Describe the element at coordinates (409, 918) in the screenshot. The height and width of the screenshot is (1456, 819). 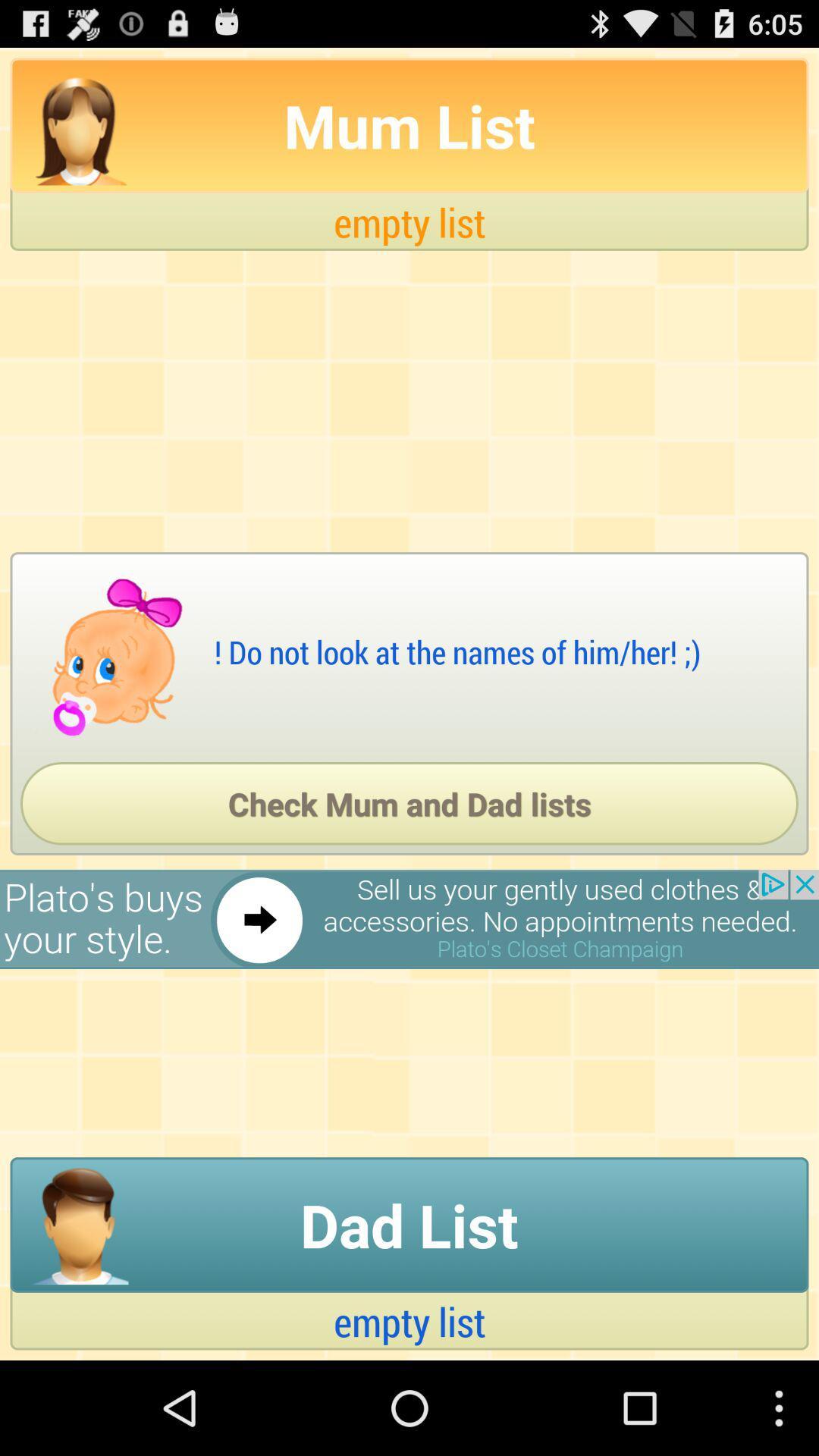
I see `space where you access advertising` at that location.